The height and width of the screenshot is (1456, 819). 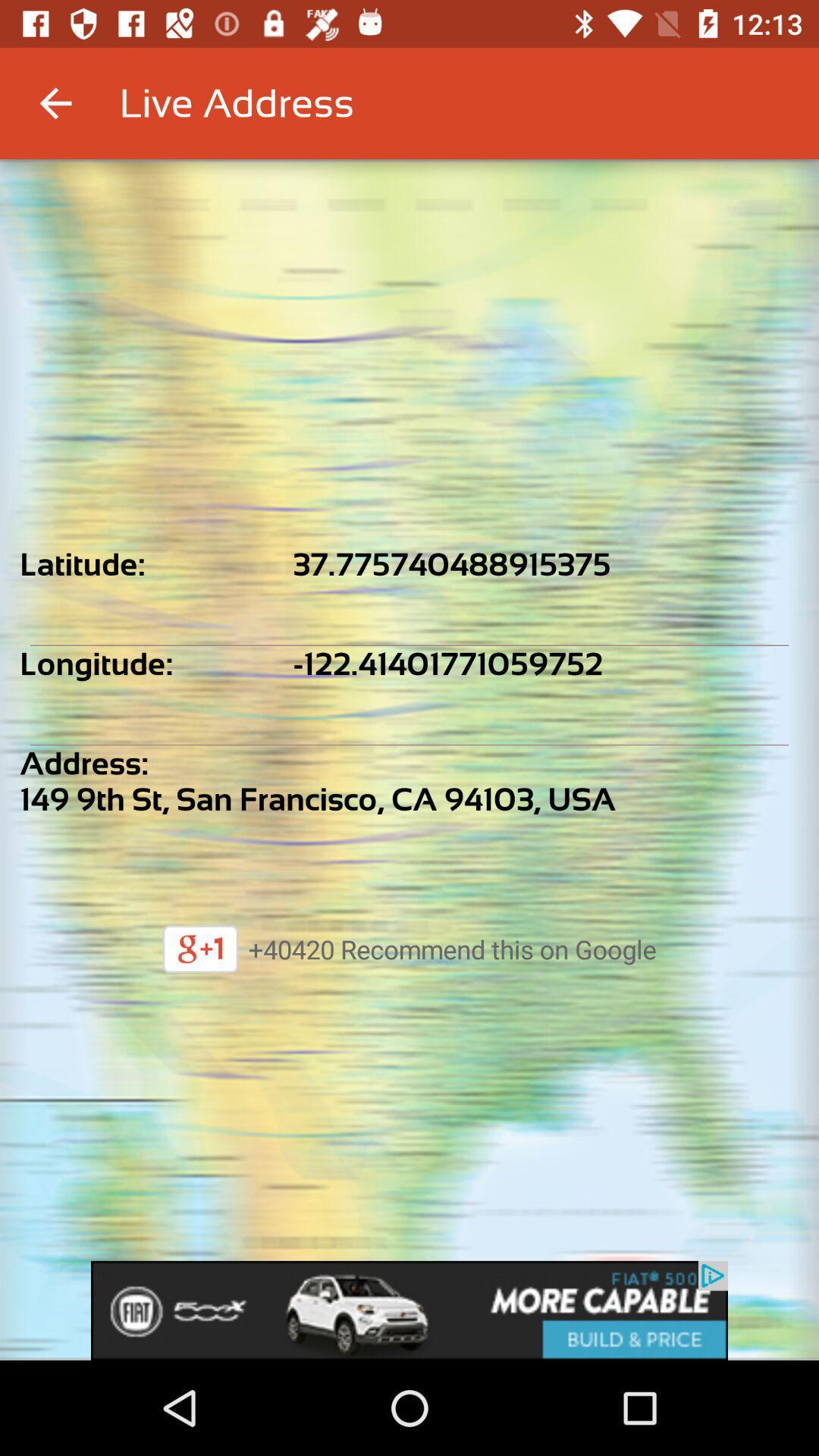 What do you see at coordinates (409, 1310) in the screenshot?
I see `advertisement` at bounding box center [409, 1310].